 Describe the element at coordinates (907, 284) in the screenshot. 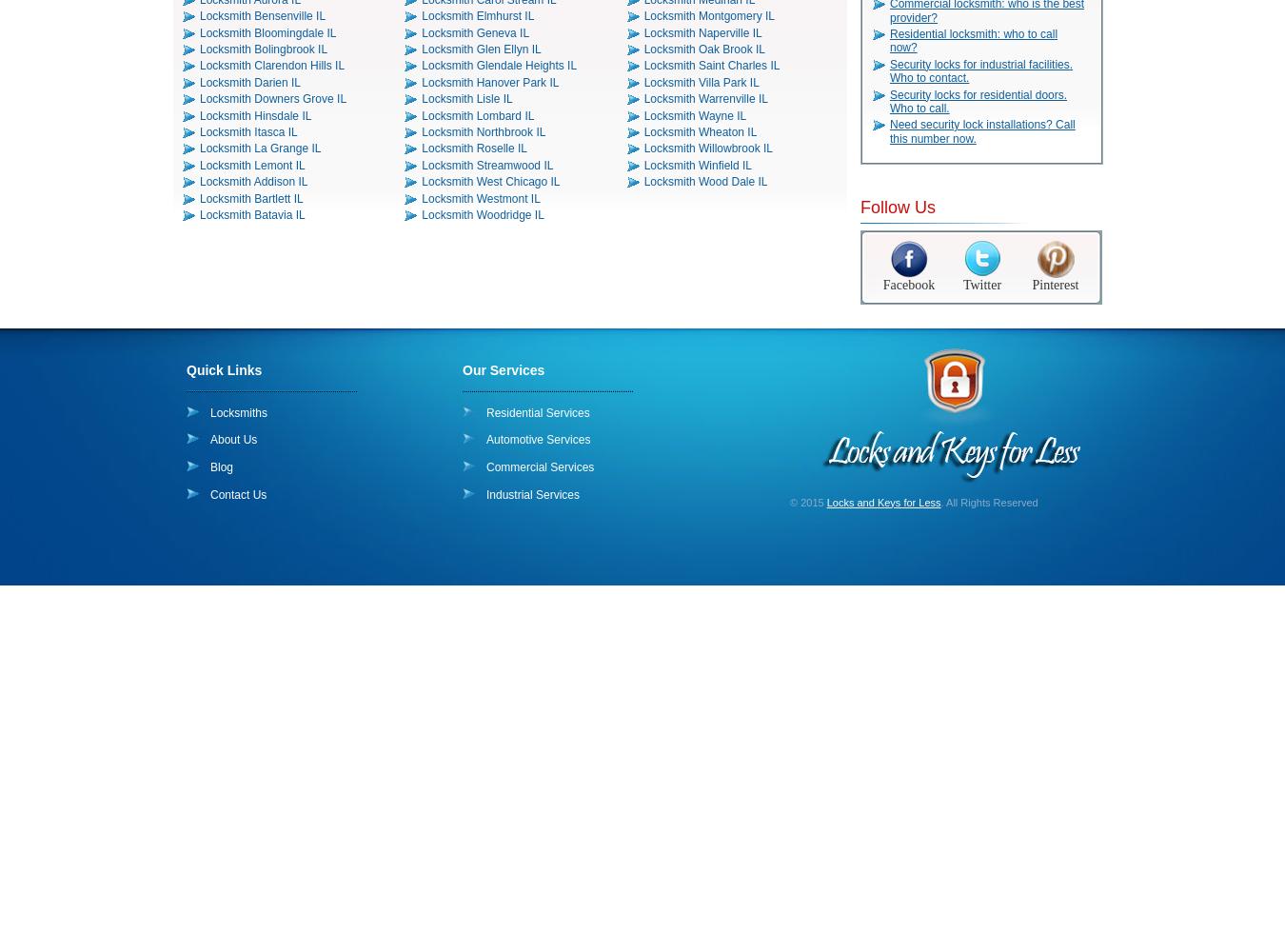

I see `'Facebook'` at that location.